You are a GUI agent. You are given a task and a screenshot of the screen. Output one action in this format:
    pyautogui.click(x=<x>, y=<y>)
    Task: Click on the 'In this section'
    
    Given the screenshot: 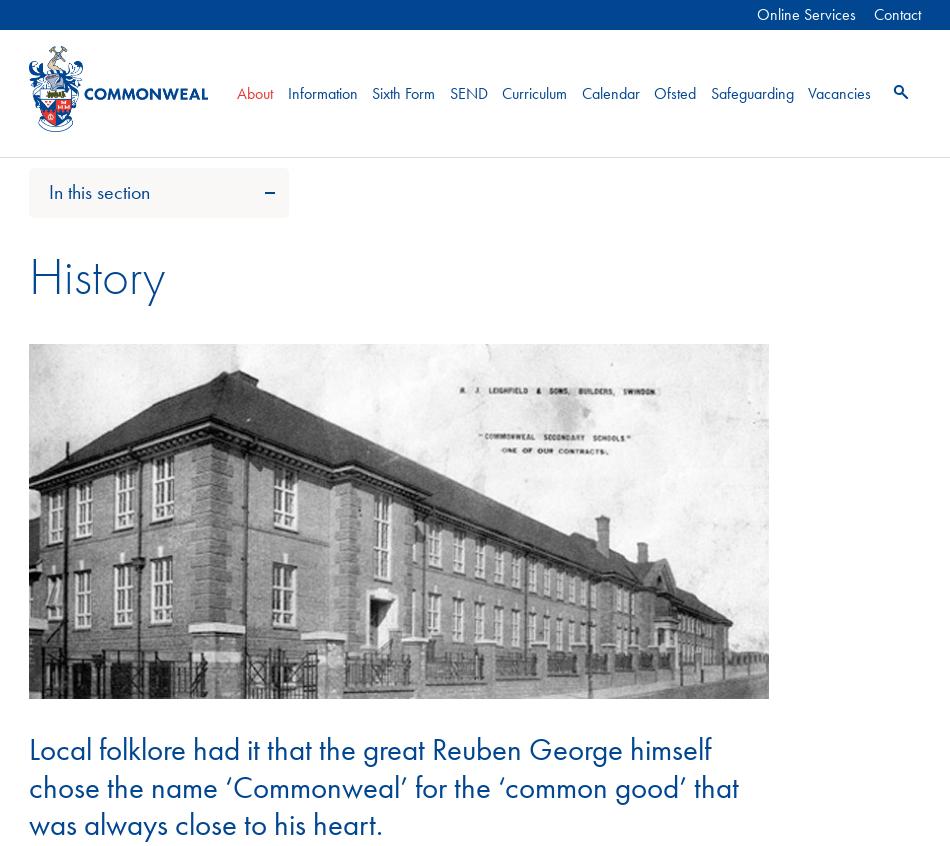 What is the action you would take?
    pyautogui.click(x=49, y=191)
    